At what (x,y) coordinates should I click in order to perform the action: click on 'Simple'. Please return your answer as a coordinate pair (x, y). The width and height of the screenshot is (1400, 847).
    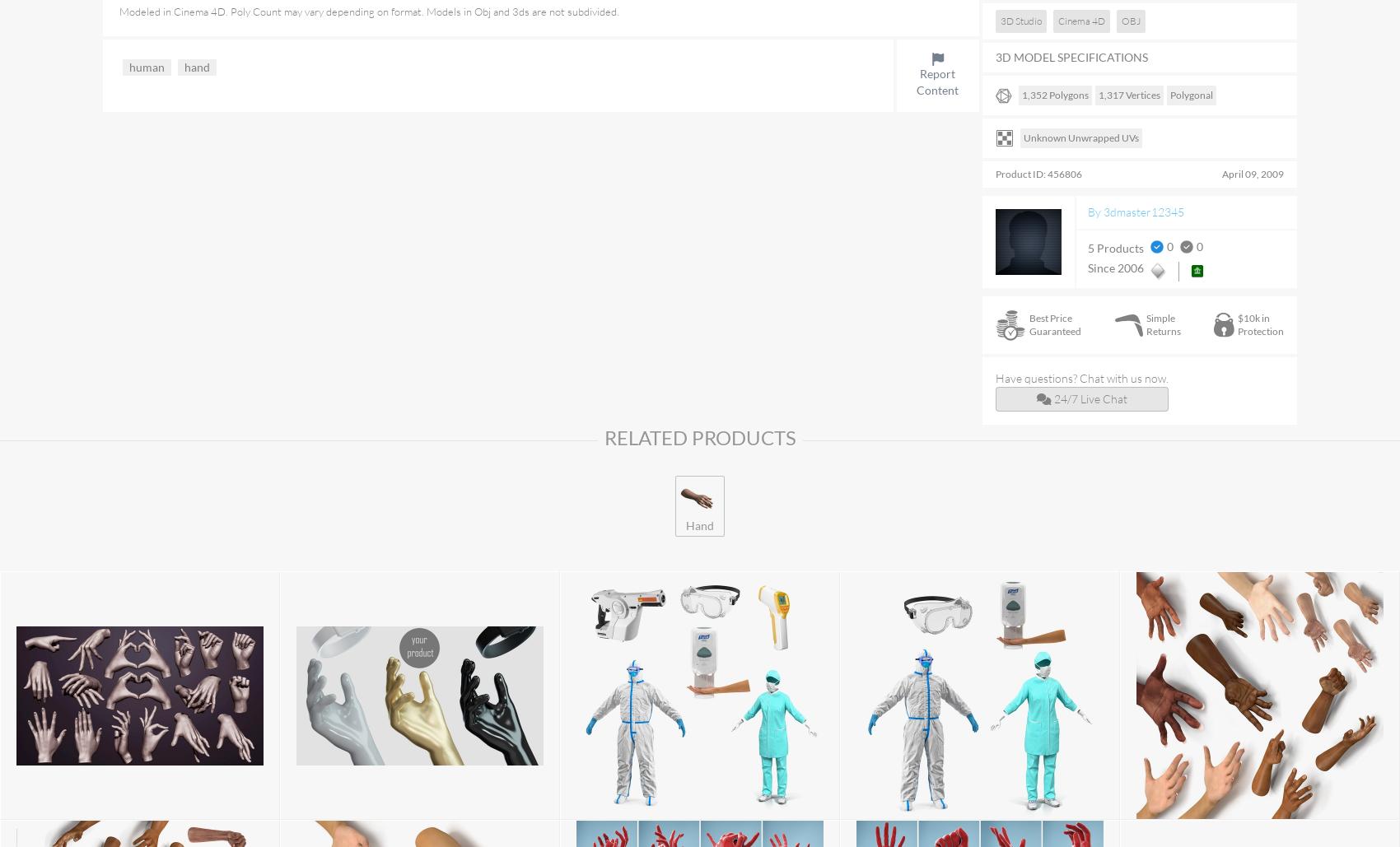
    Looking at the image, I should click on (1159, 317).